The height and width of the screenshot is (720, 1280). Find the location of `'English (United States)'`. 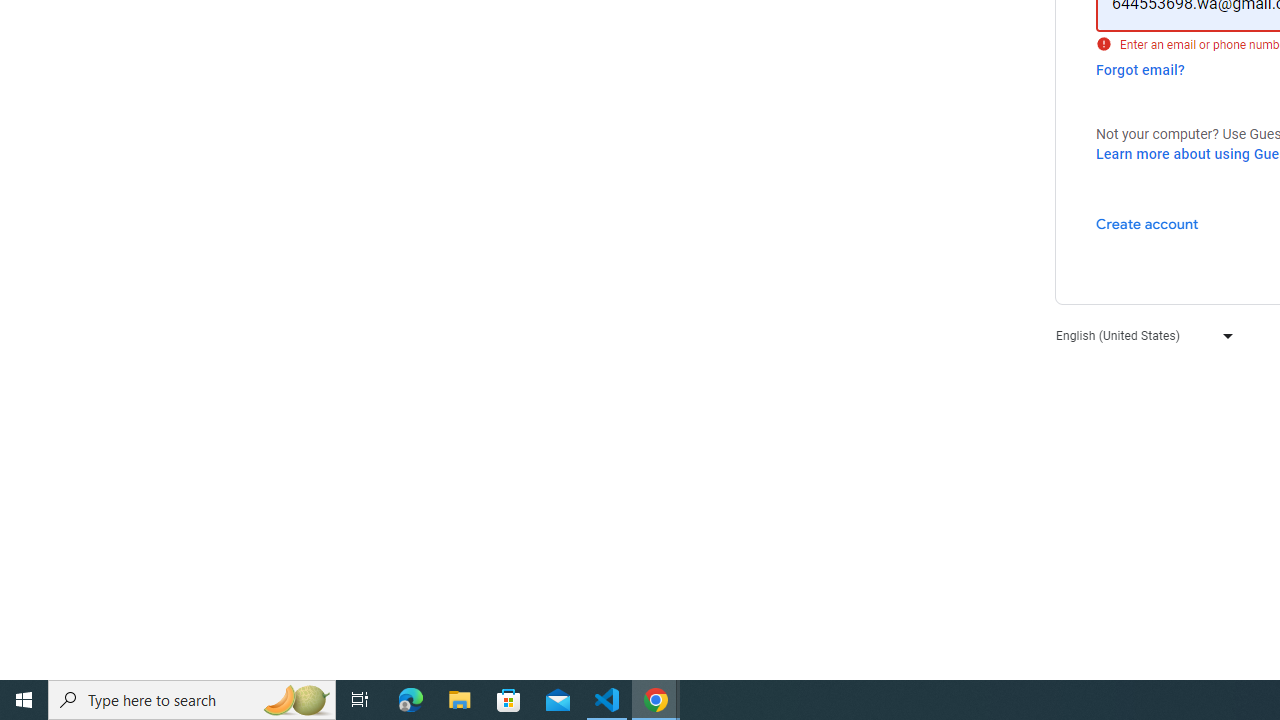

'English (United States)' is located at coordinates (1139, 334).